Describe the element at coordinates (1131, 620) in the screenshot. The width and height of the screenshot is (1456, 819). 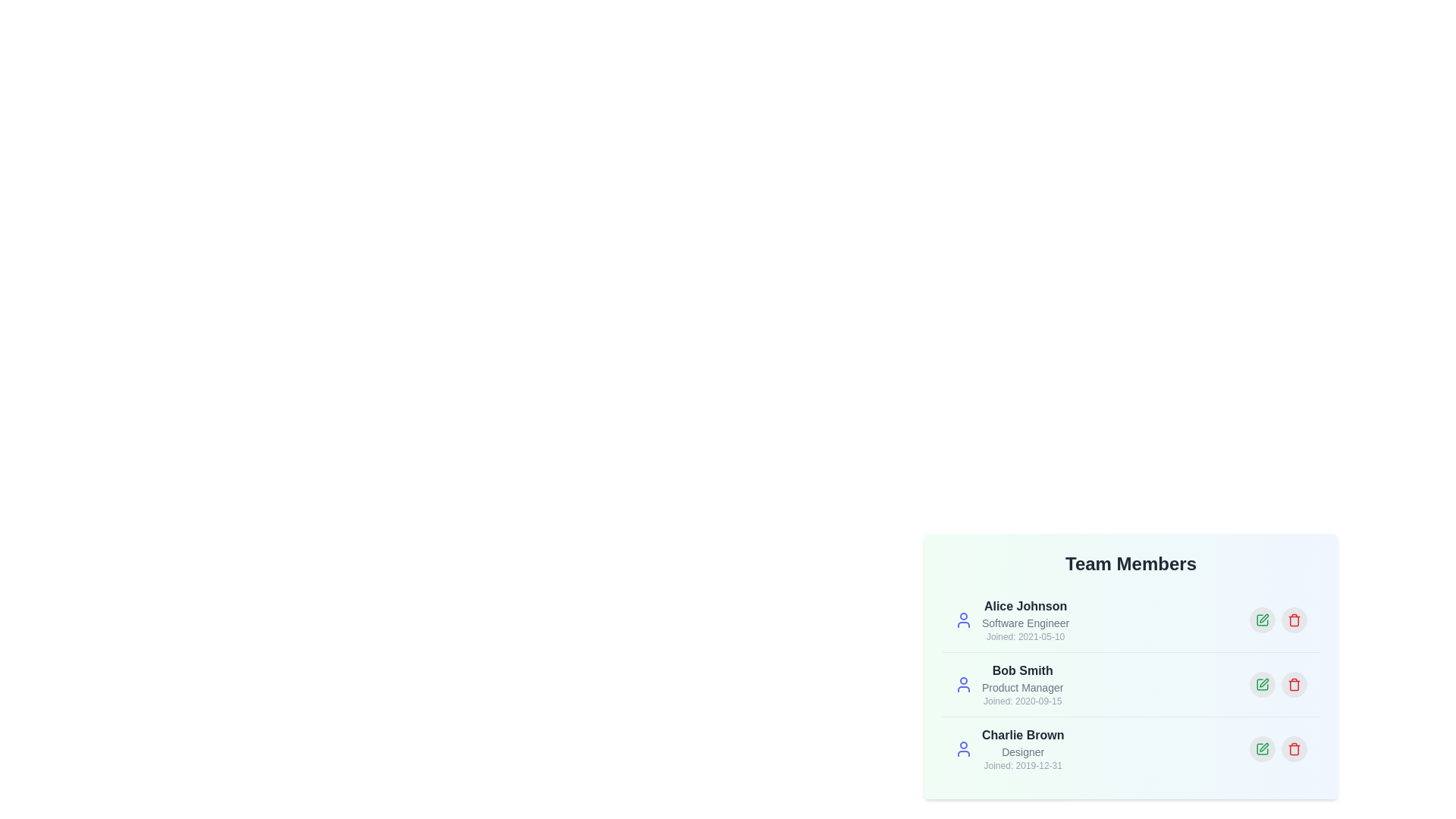
I see `the profile entry corresponding to Alice Johnson` at that location.